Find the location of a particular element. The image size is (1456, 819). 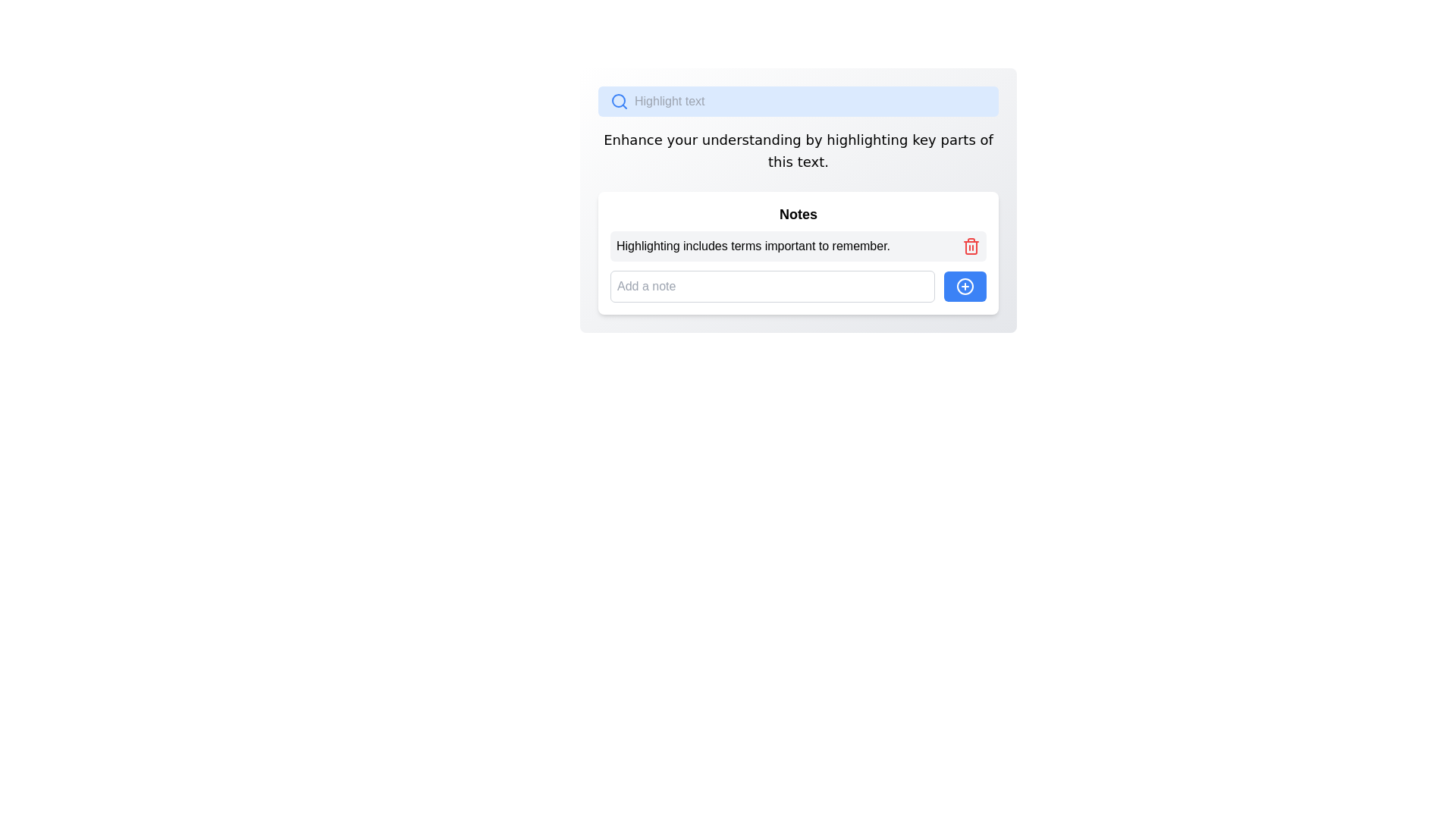

the lowercase letter 'n' in the word 'Enhance' within the phrase 'Enhance your understanding by highlighting key parts of this text.' is located at coordinates (617, 140).